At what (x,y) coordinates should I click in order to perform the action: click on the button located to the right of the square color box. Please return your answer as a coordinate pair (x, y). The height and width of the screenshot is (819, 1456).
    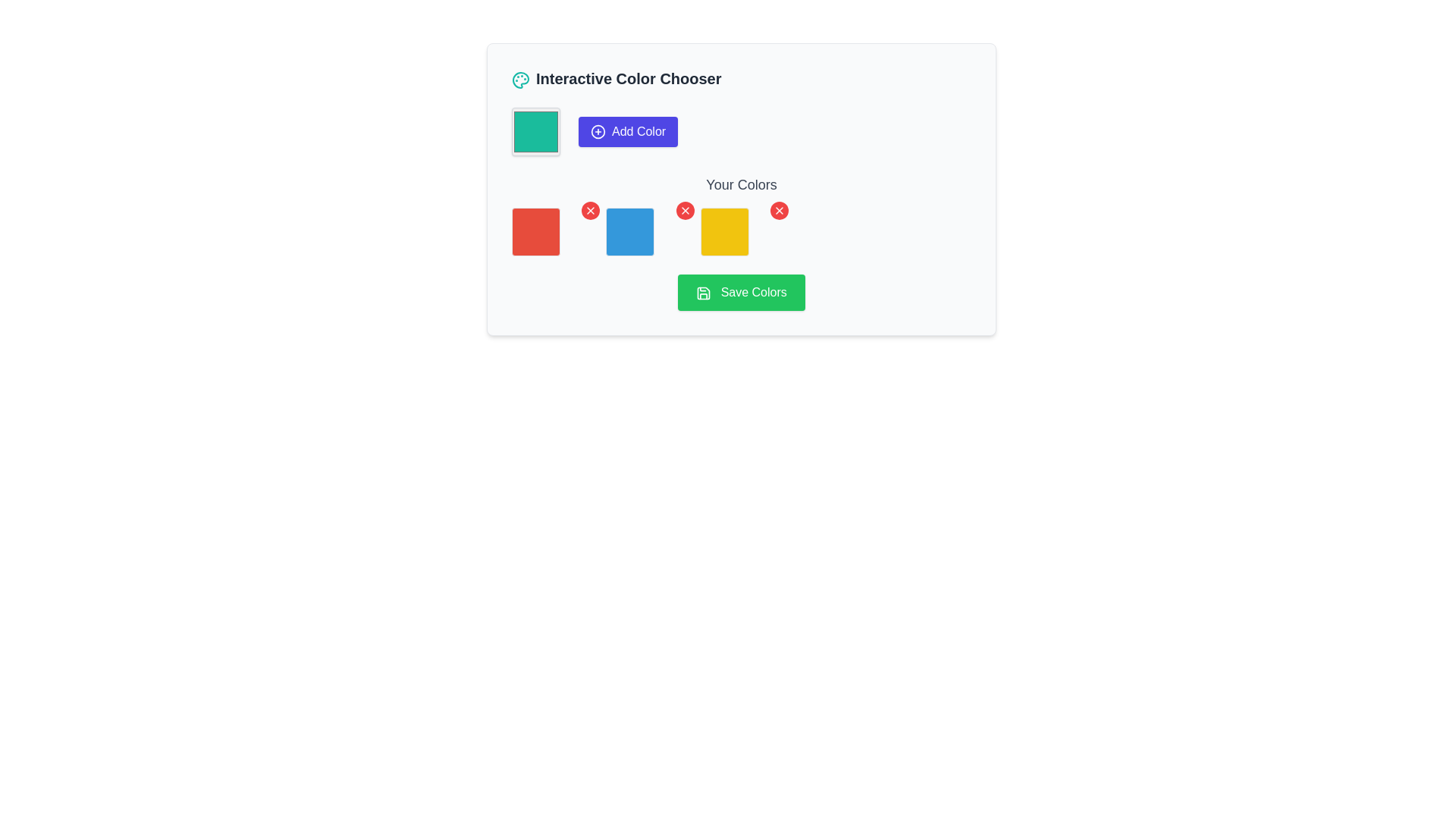
    Looking at the image, I should click on (628, 130).